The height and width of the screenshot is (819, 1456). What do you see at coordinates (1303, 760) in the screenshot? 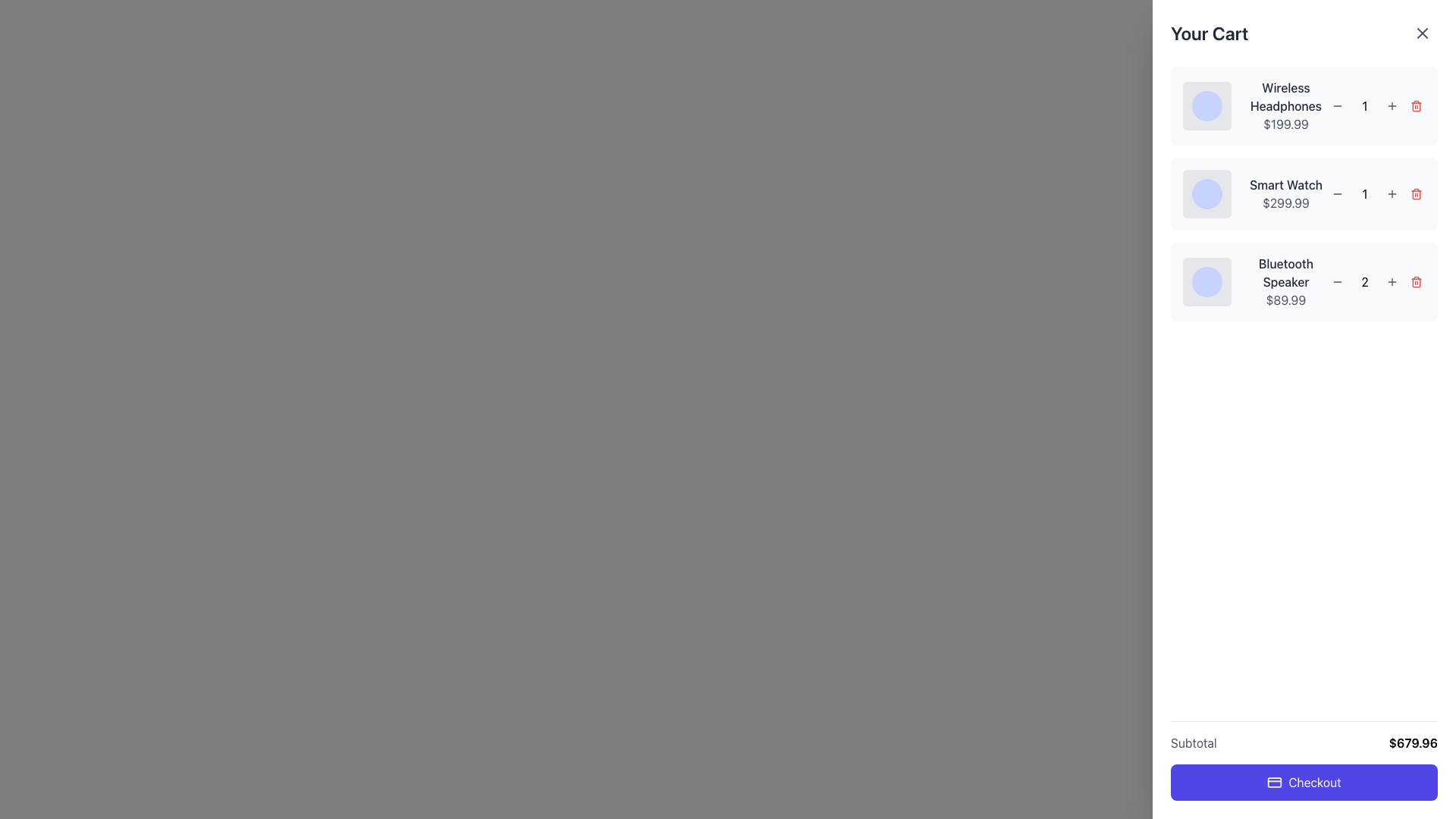
I see `the 'Checkout' button located at the bottom of the shopping cart section, which has a purple background and white text, to observe its hover effect` at bounding box center [1303, 760].